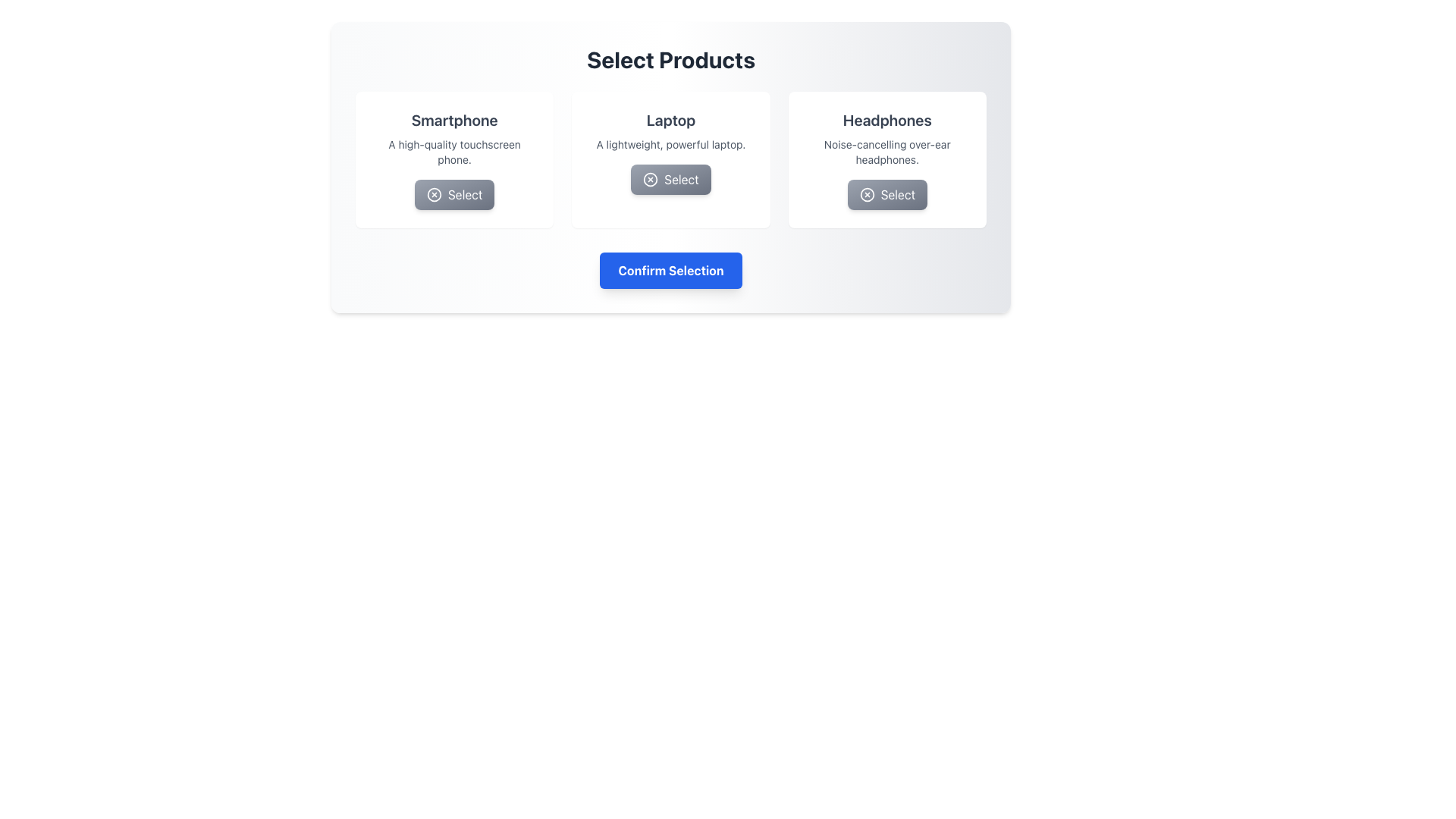 The width and height of the screenshot is (1456, 819). I want to click on the button that allows the user, so click(453, 194).